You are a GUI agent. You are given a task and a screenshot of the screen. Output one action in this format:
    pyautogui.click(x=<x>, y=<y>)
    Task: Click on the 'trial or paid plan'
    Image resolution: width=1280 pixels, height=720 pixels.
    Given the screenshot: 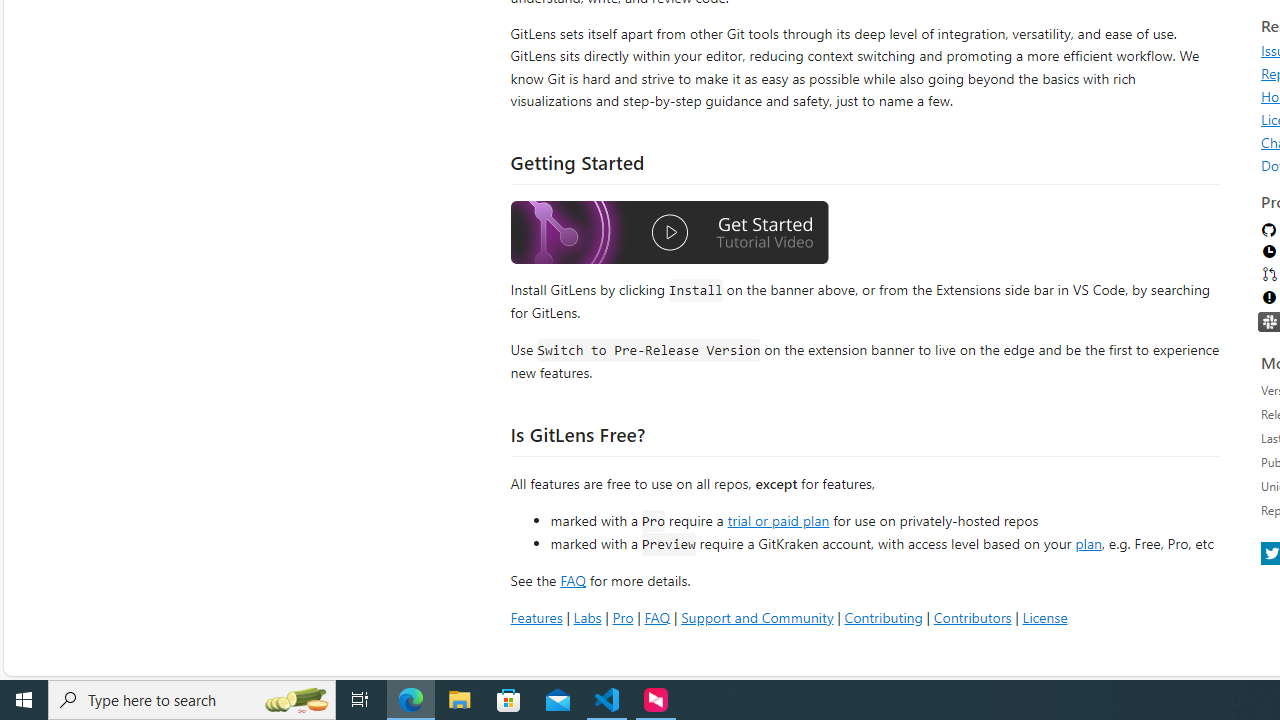 What is the action you would take?
    pyautogui.click(x=777, y=518)
    